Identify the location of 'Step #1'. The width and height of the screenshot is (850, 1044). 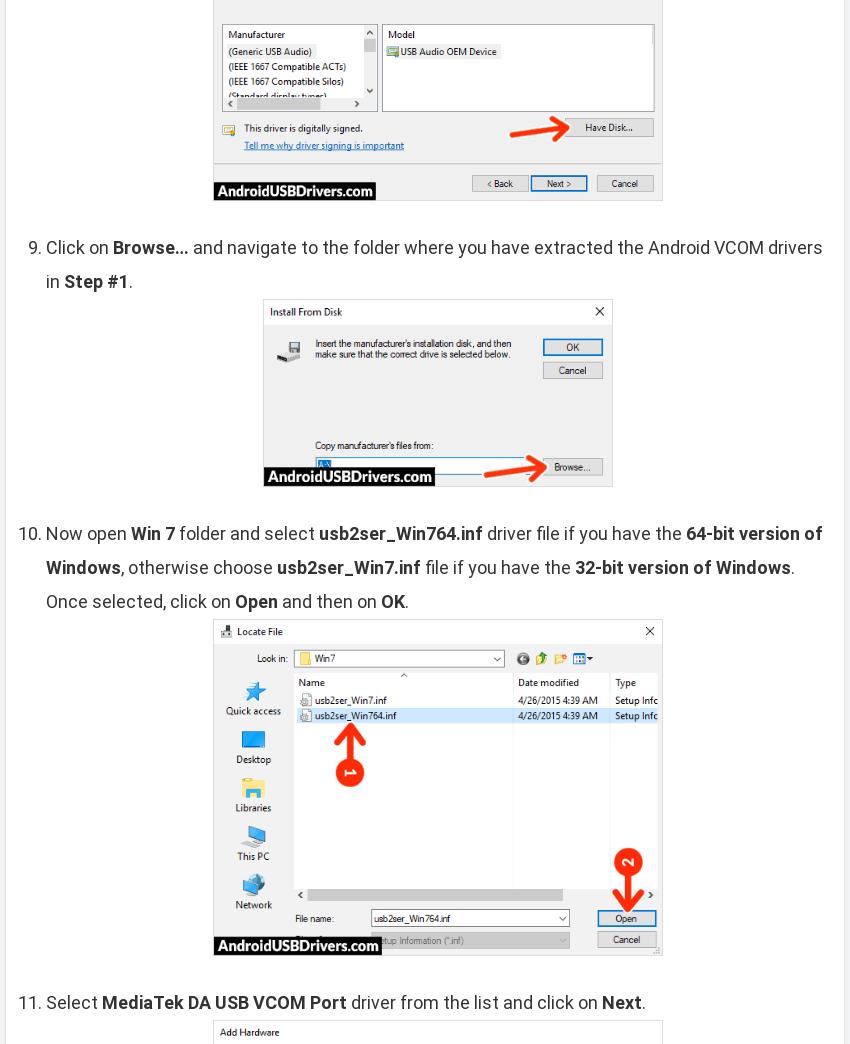
(95, 279).